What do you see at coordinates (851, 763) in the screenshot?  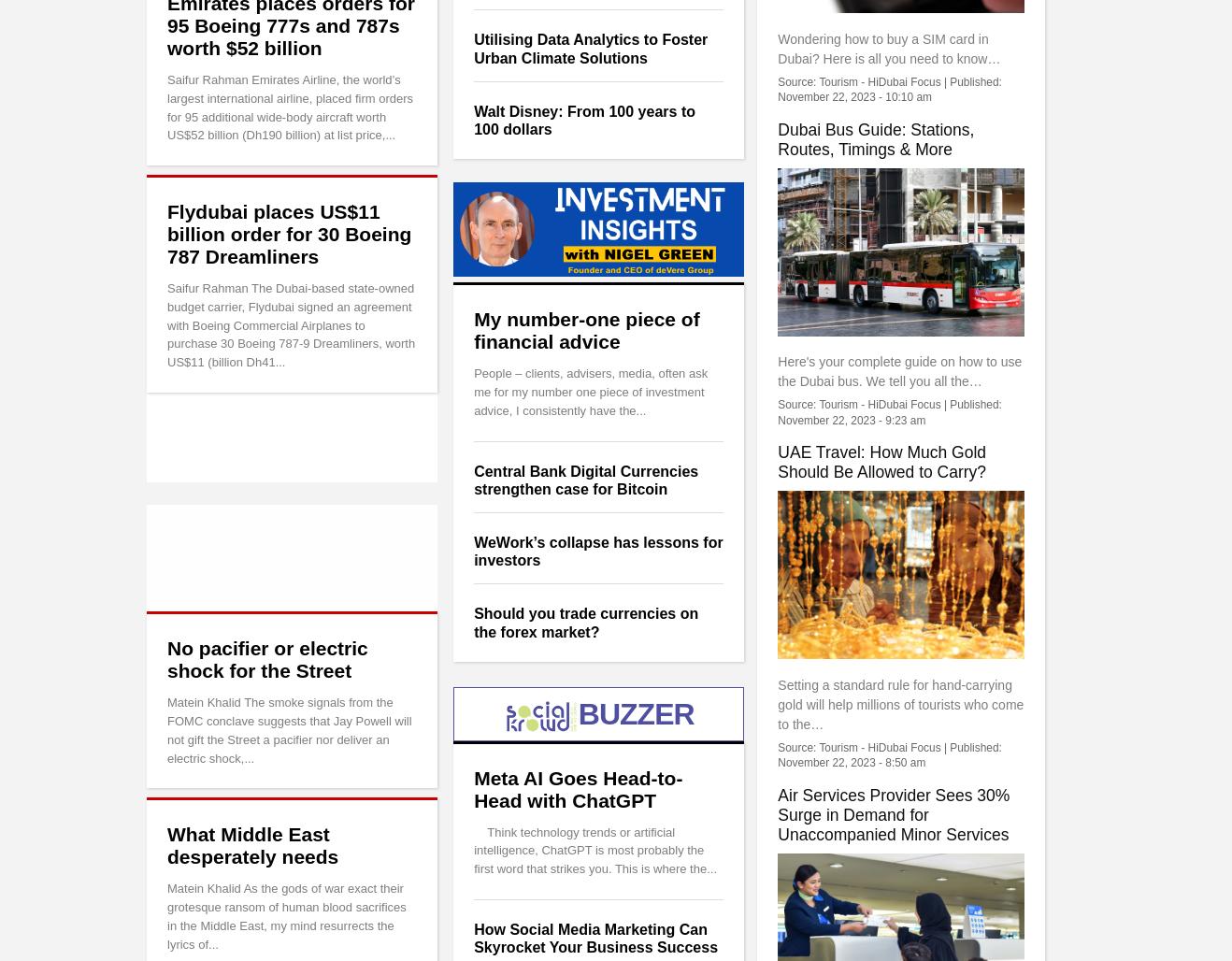 I see `'November 22, 2023 - 8:50 am'` at bounding box center [851, 763].